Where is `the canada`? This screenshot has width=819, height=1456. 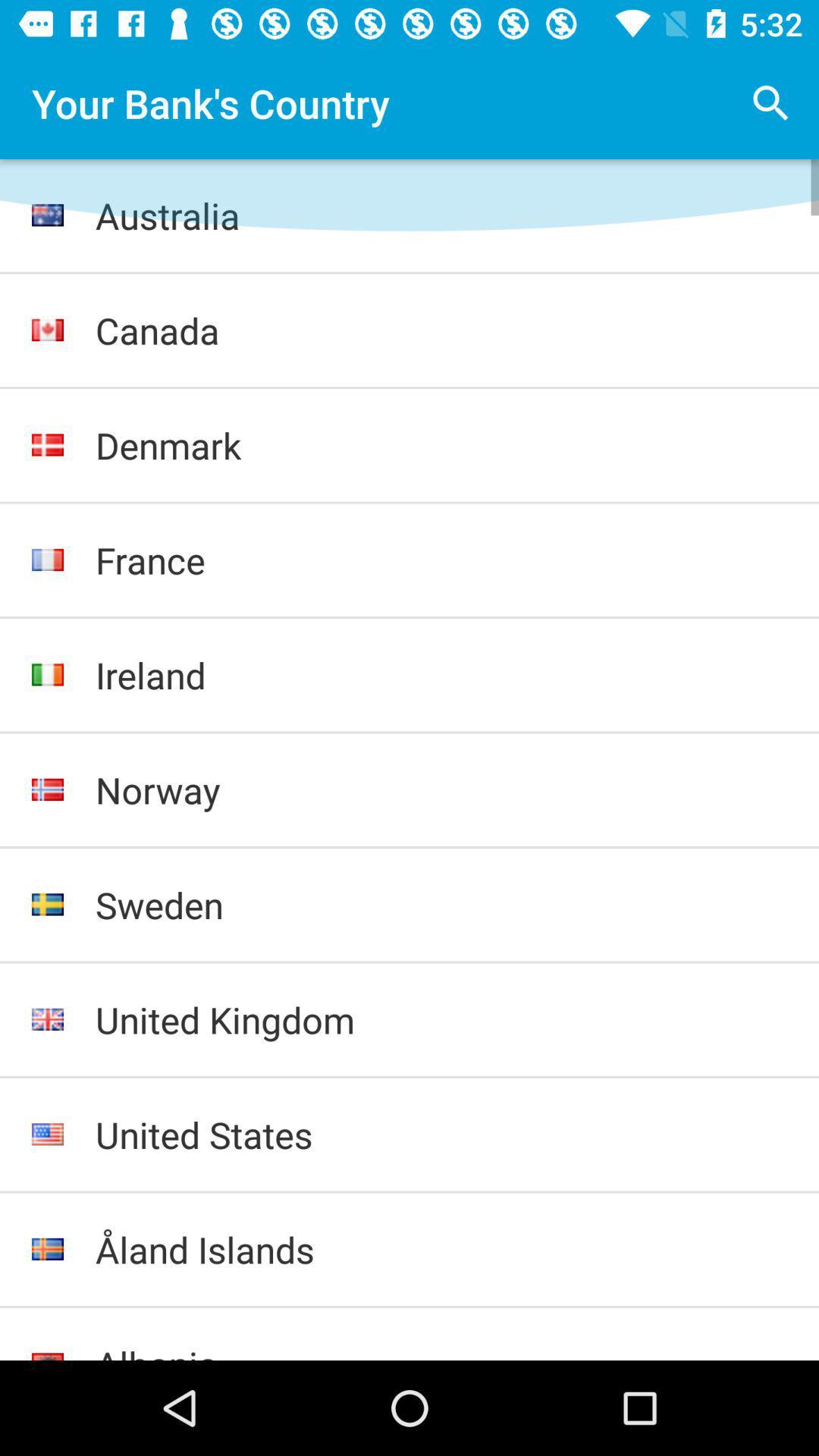
the canada is located at coordinates (441, 329).